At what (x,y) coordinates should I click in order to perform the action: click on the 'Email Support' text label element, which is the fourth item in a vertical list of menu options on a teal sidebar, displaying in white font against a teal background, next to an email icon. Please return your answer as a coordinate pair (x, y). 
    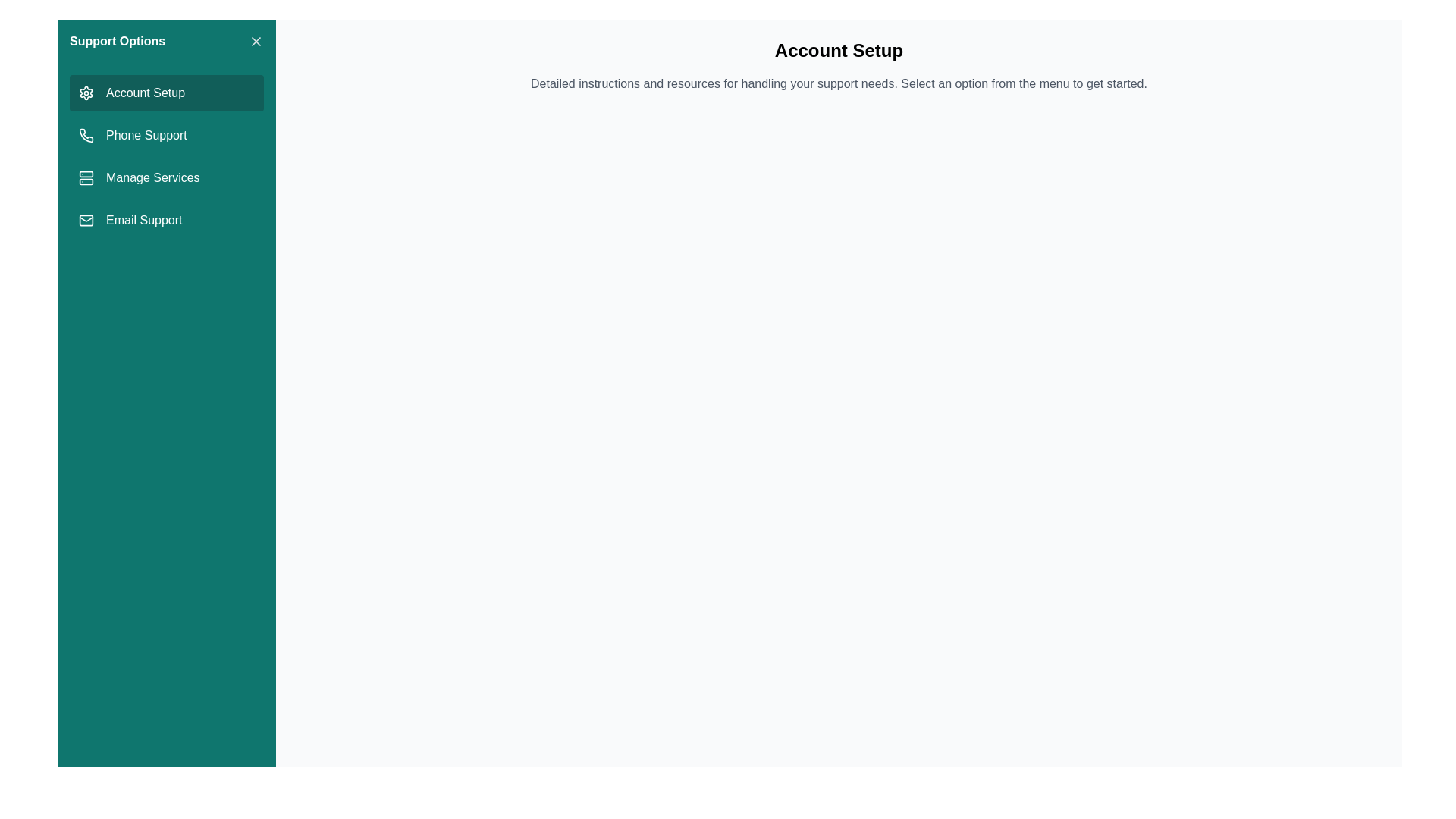
    Looking at the image, I should click on (144, 220).